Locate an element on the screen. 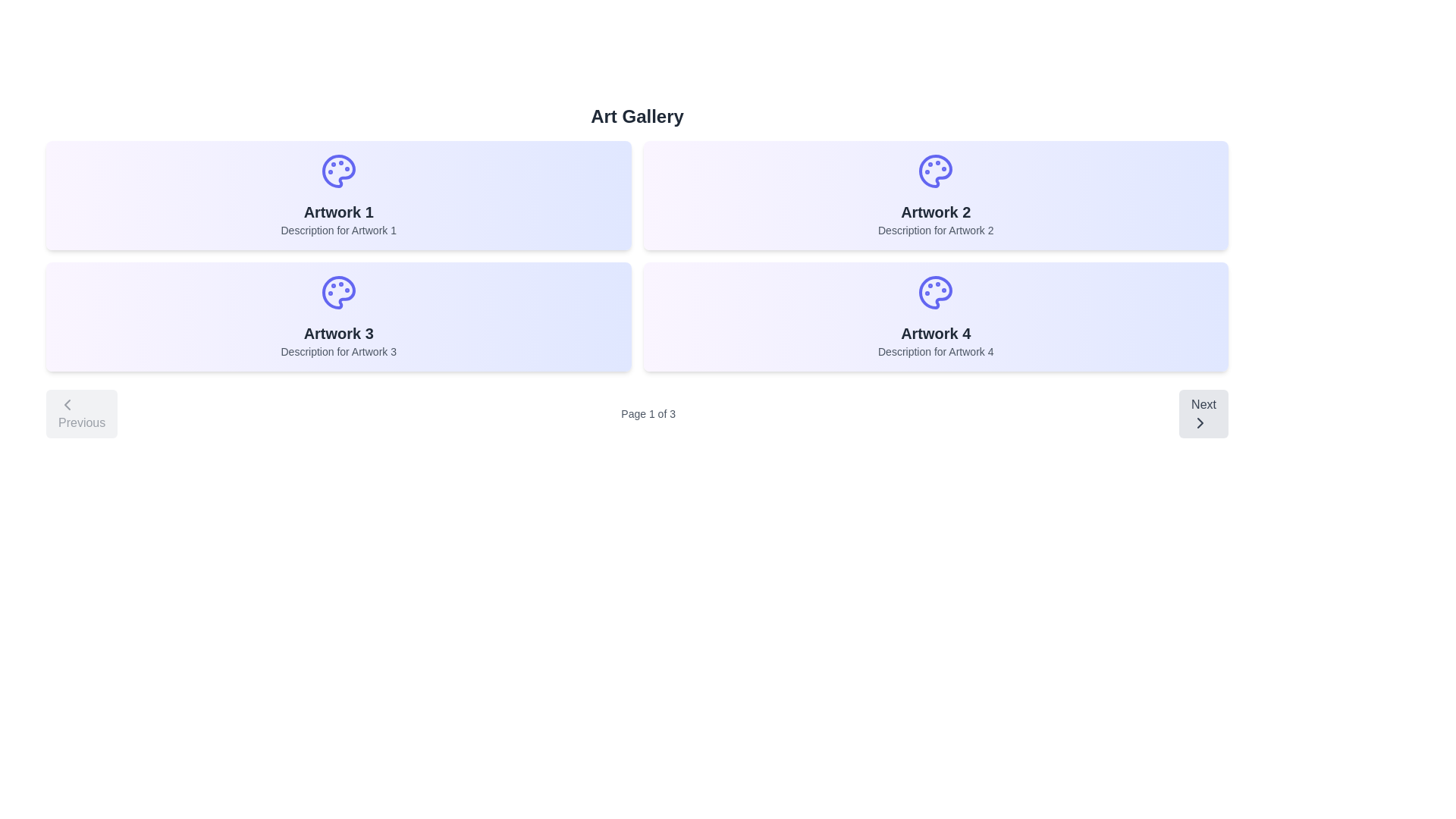 The image size is (1456, 819). the palette icon element located within the 'Artwork 3' card in the second row of the grid, characterized by its circular form and violet shade is located at coordinates (337, 292).